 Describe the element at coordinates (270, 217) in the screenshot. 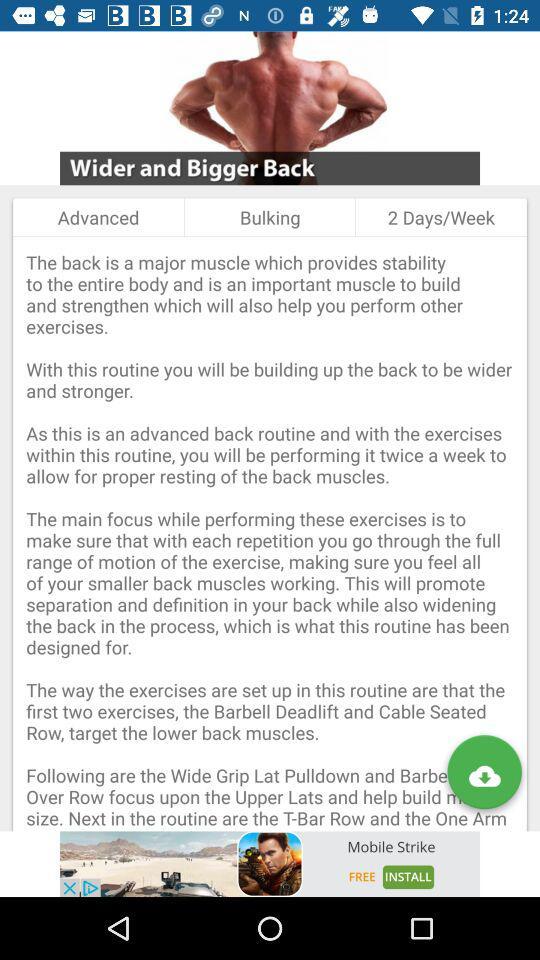

I see `icon next to 2 days/week` at that location.